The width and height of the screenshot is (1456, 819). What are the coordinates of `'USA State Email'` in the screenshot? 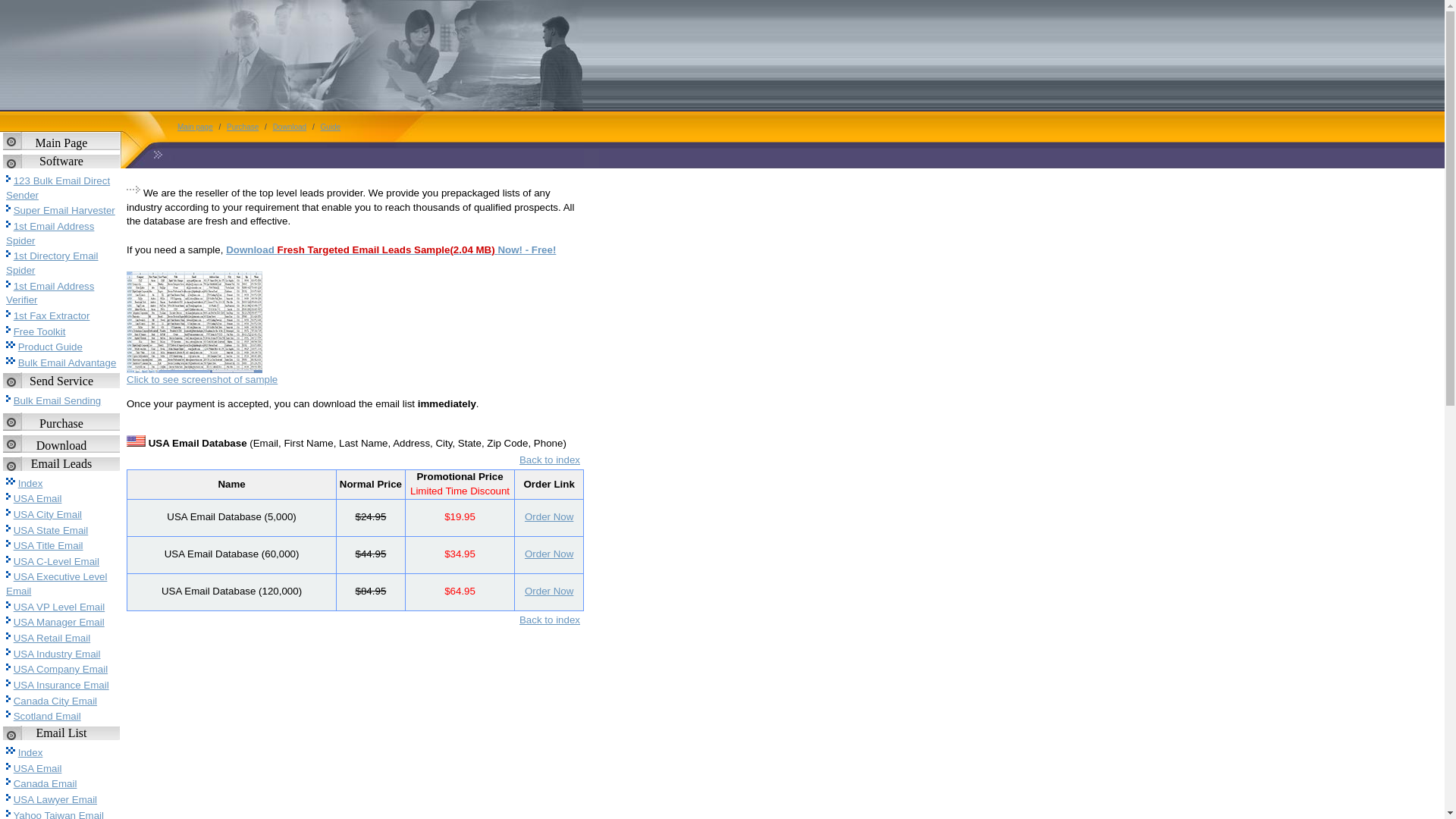 It's located at (14, 529).